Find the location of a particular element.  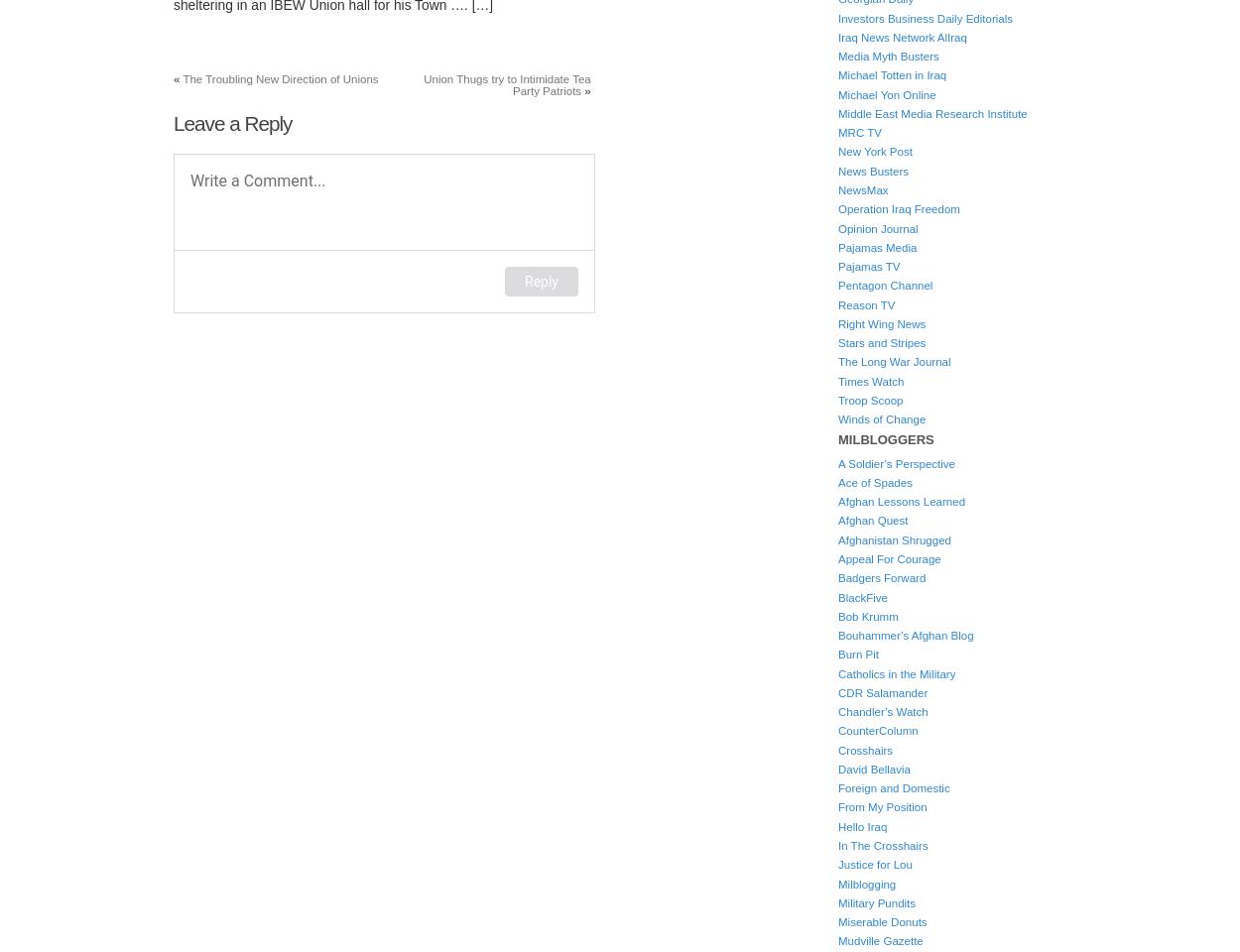

'BlackFive' is located at coordinates (861, 596).